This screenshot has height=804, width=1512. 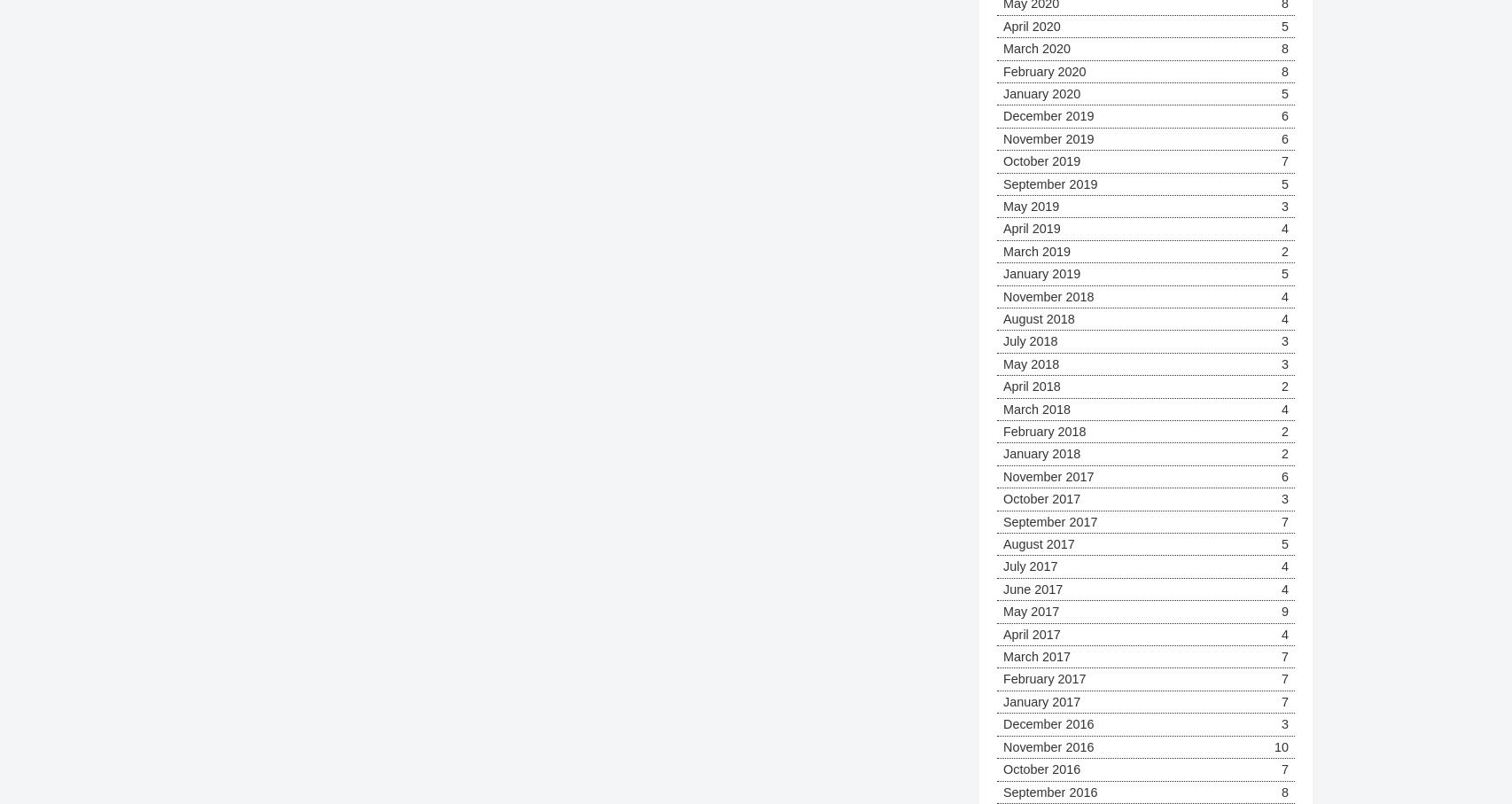 I want to click on 'February 2017', so click(x=1044, y=677).